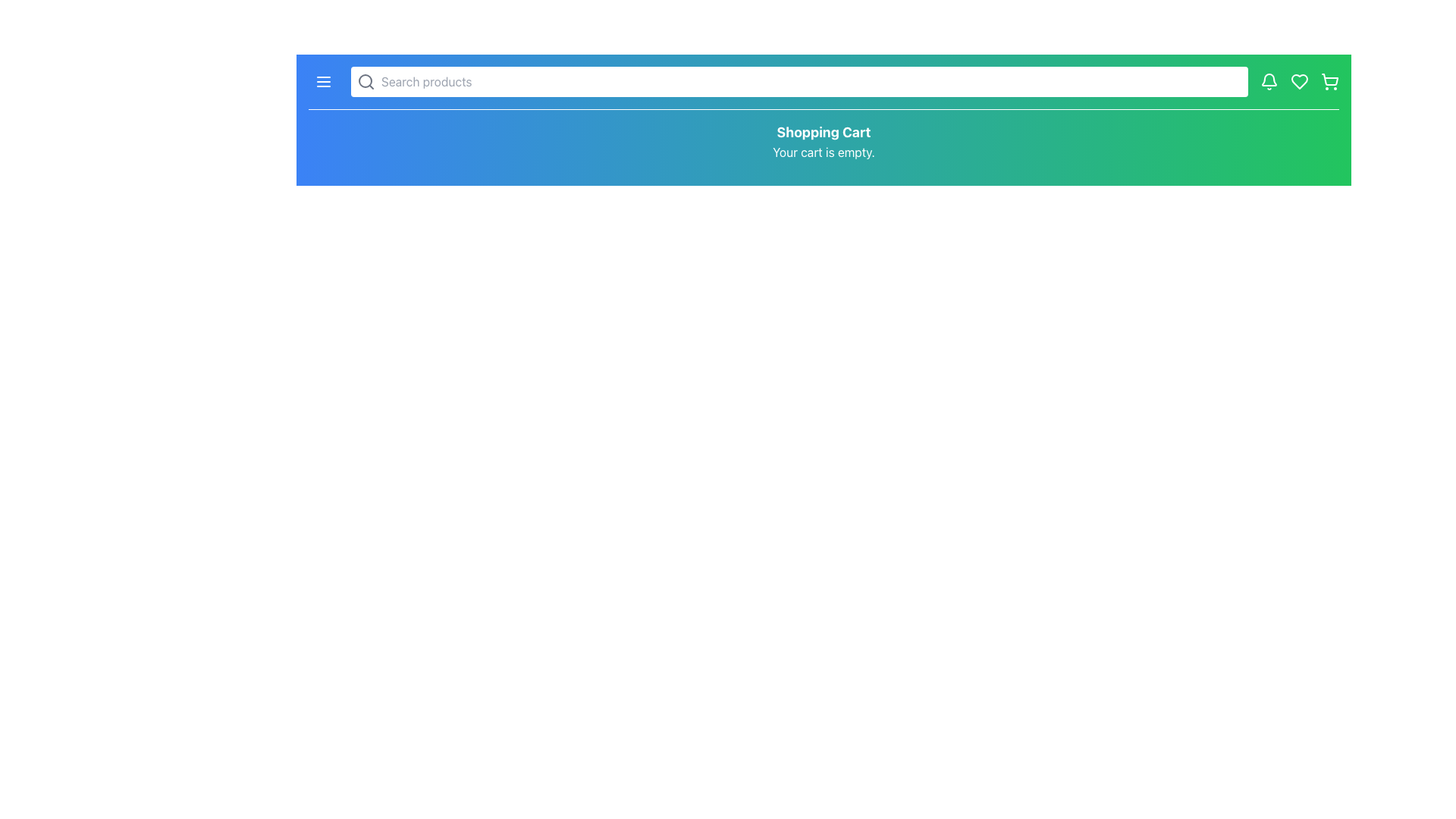 Image resolution: width=1456 pixels, height=819 pixels. What do you see at coordinates (1329, 82) in the screenshot?
I see `the button located on the far right of the horizontal group of icons` at bounding box center [1329, 82].